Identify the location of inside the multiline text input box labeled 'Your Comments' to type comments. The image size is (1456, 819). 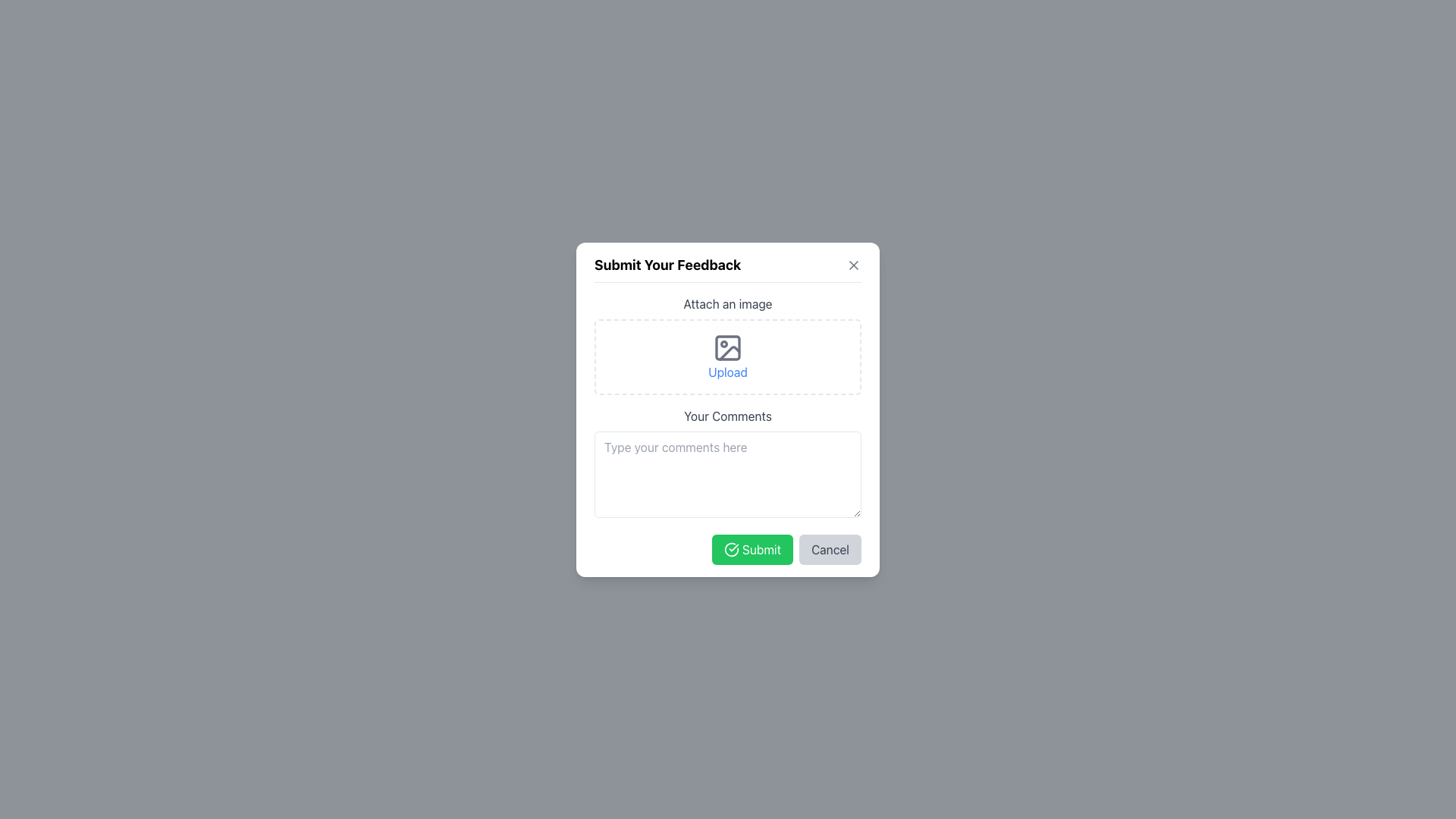
(728, 429).